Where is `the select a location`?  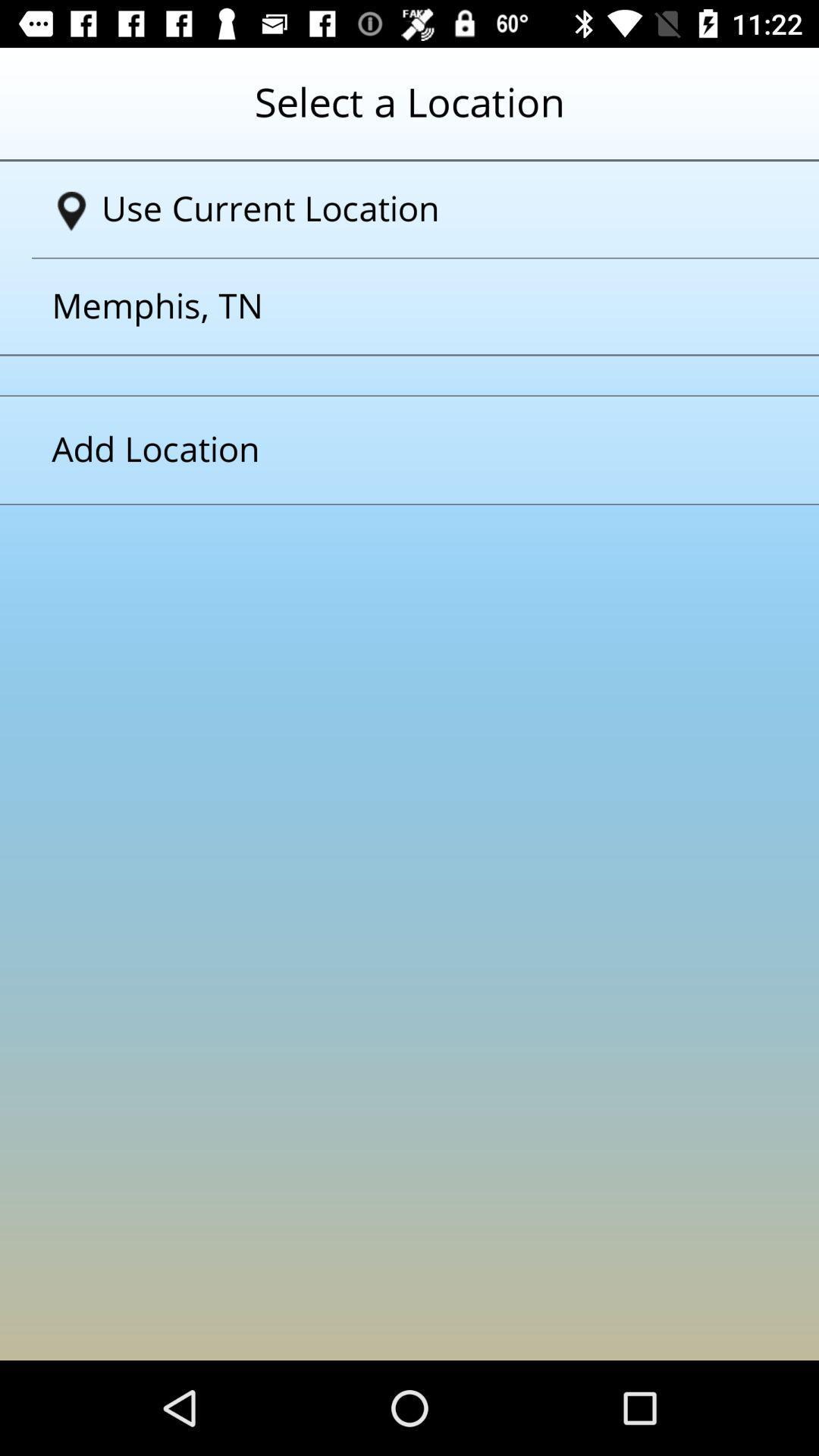
the select a location is located at coordinates (409, 113).